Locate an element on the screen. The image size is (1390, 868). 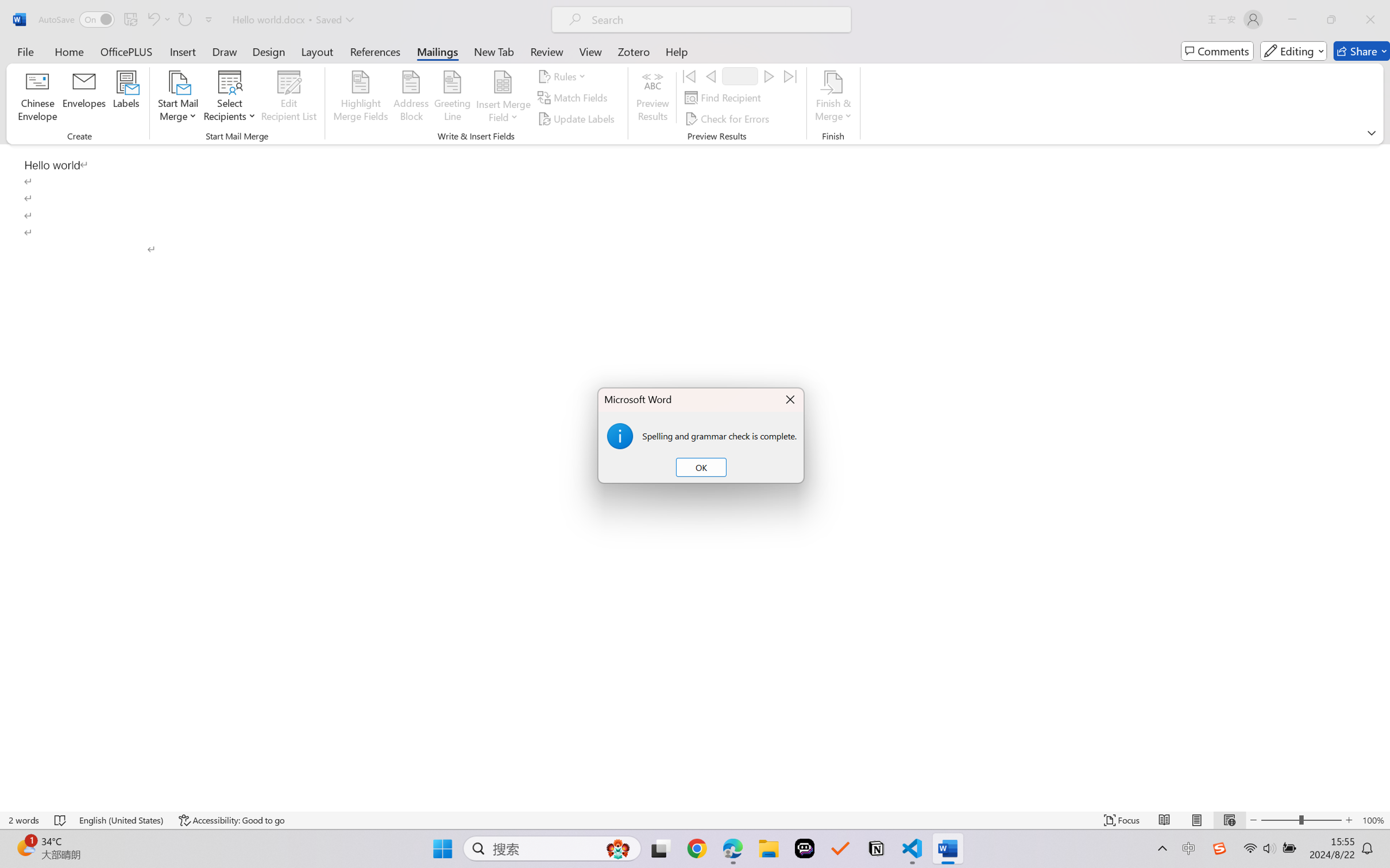
'Comments' is located at coordinates (1217, 51).